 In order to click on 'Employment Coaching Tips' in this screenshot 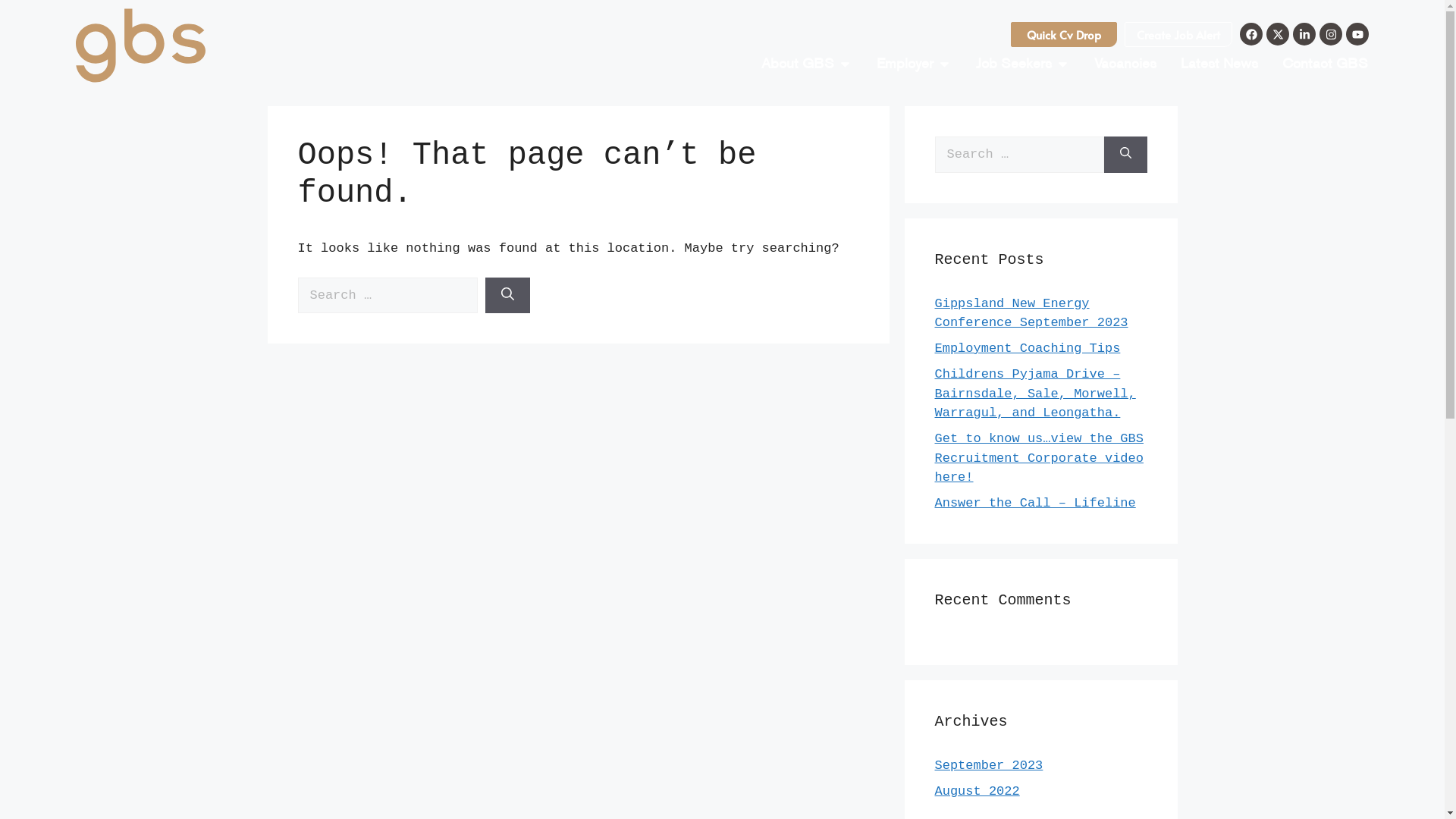, I will do `click(1027, 348)`.